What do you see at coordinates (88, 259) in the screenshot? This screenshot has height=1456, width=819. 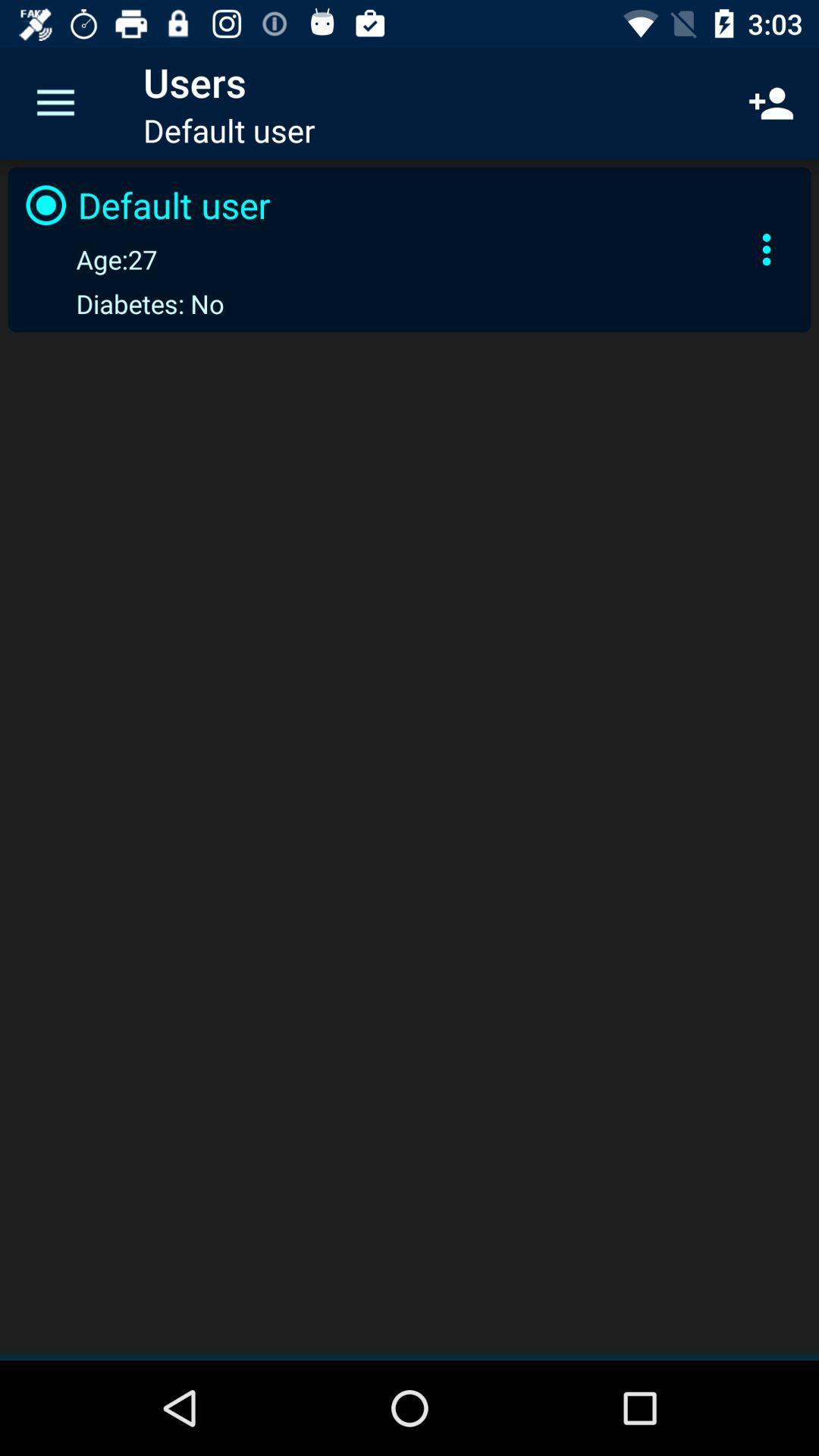 I see `item below default user` at bounding box center [88, 259].